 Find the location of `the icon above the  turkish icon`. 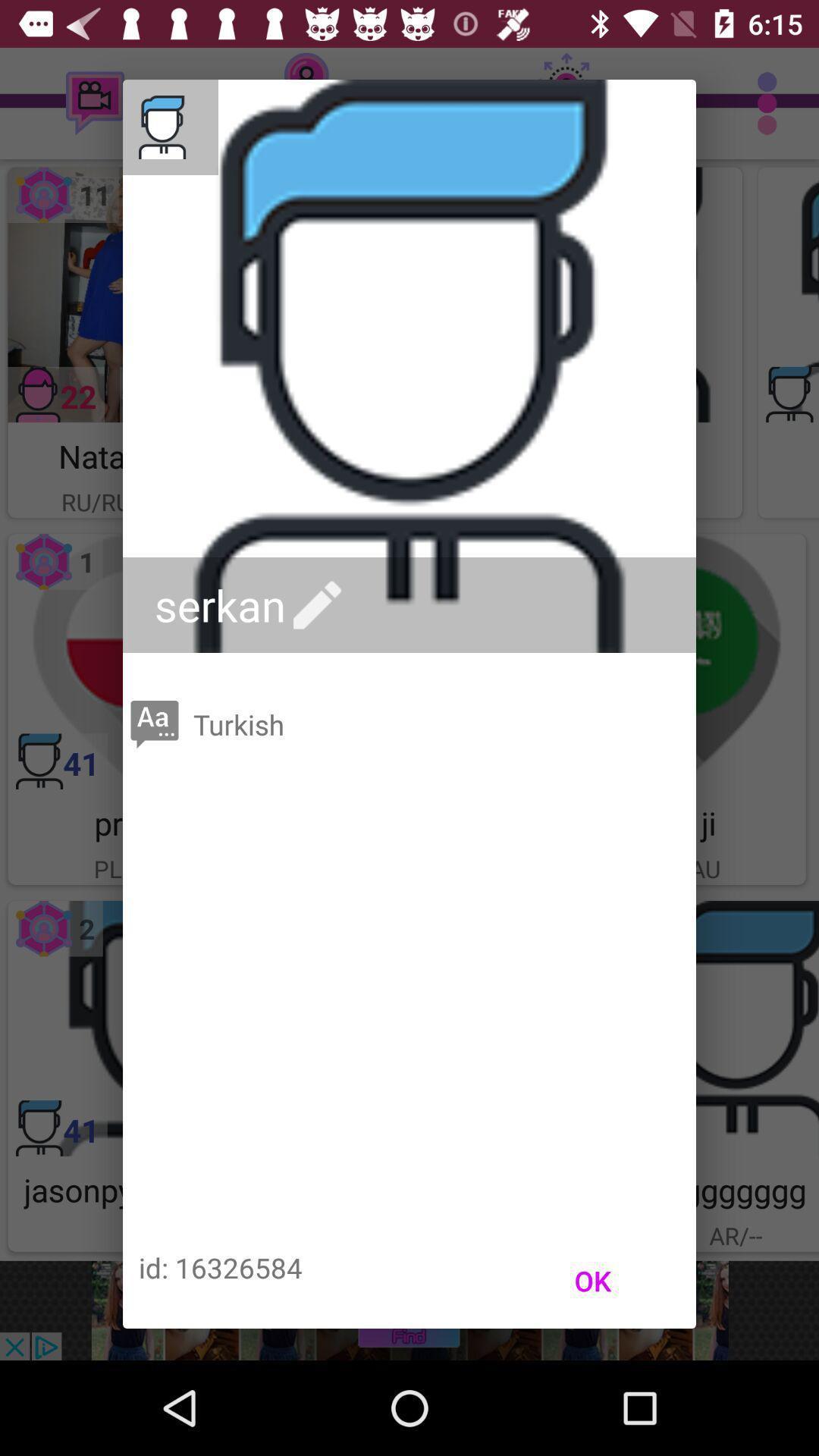

the icon above the  turkish icon is located at coordinates (251, 604).